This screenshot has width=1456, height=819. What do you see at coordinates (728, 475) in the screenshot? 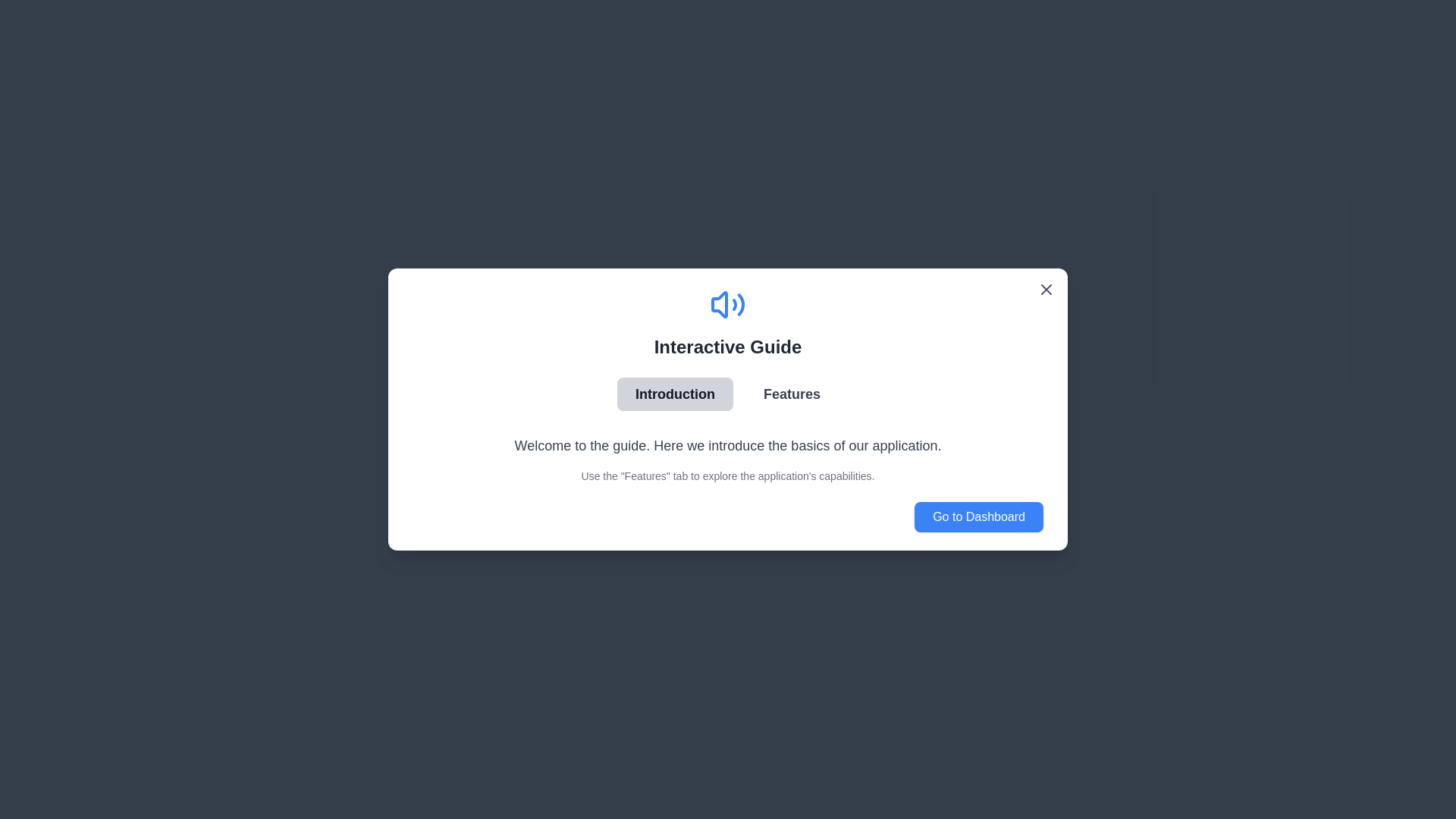
I see `static text that displays the message: 'Use the "Features" tab to explore the application's capabilities.' This text is small, gray, and positioned below the introductory message in the dialog box` at bounding box center [728, 475].